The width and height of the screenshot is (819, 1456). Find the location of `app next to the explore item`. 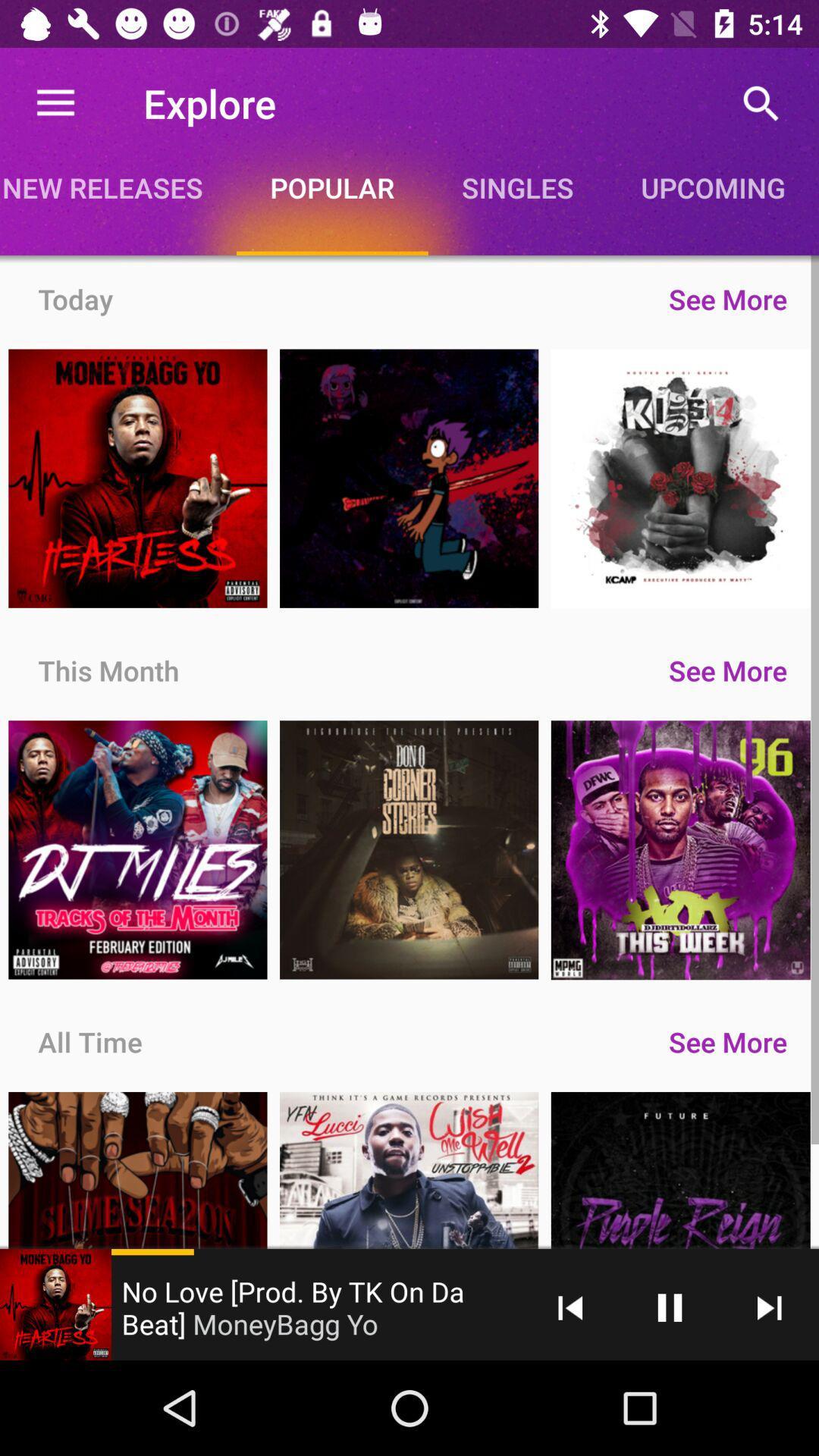

app next to the explore item is located at coordinates (55, 102).